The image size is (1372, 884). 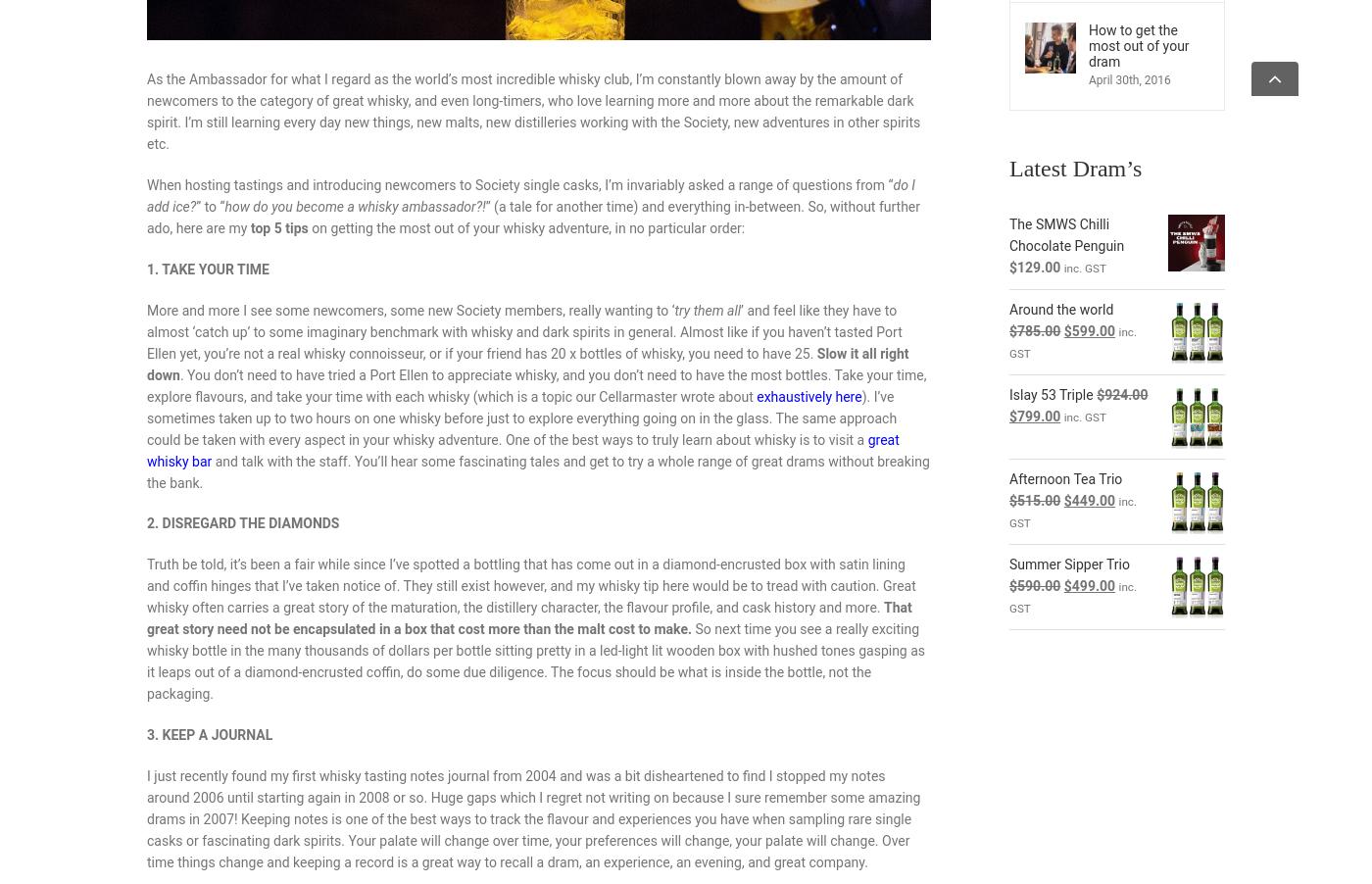 I want to click on '924.00', so click(x=1125, y=395).